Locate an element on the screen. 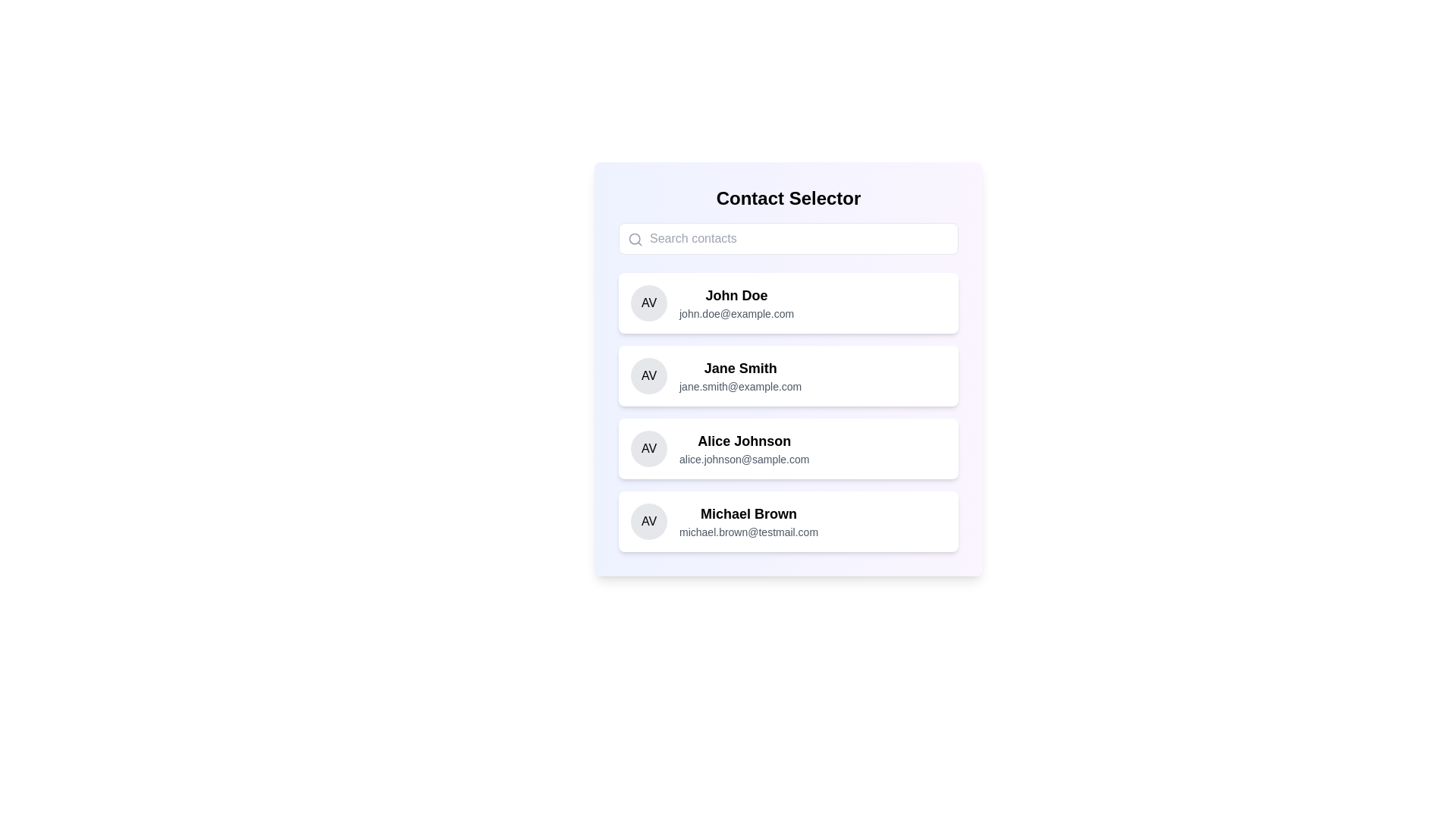 The height and width of the screenshot is (819, 1456). the Profile Avatar Placeholder for the contact 'Alice Johnson', which is the third entry in the contact list is located at coordinates (648, 447).